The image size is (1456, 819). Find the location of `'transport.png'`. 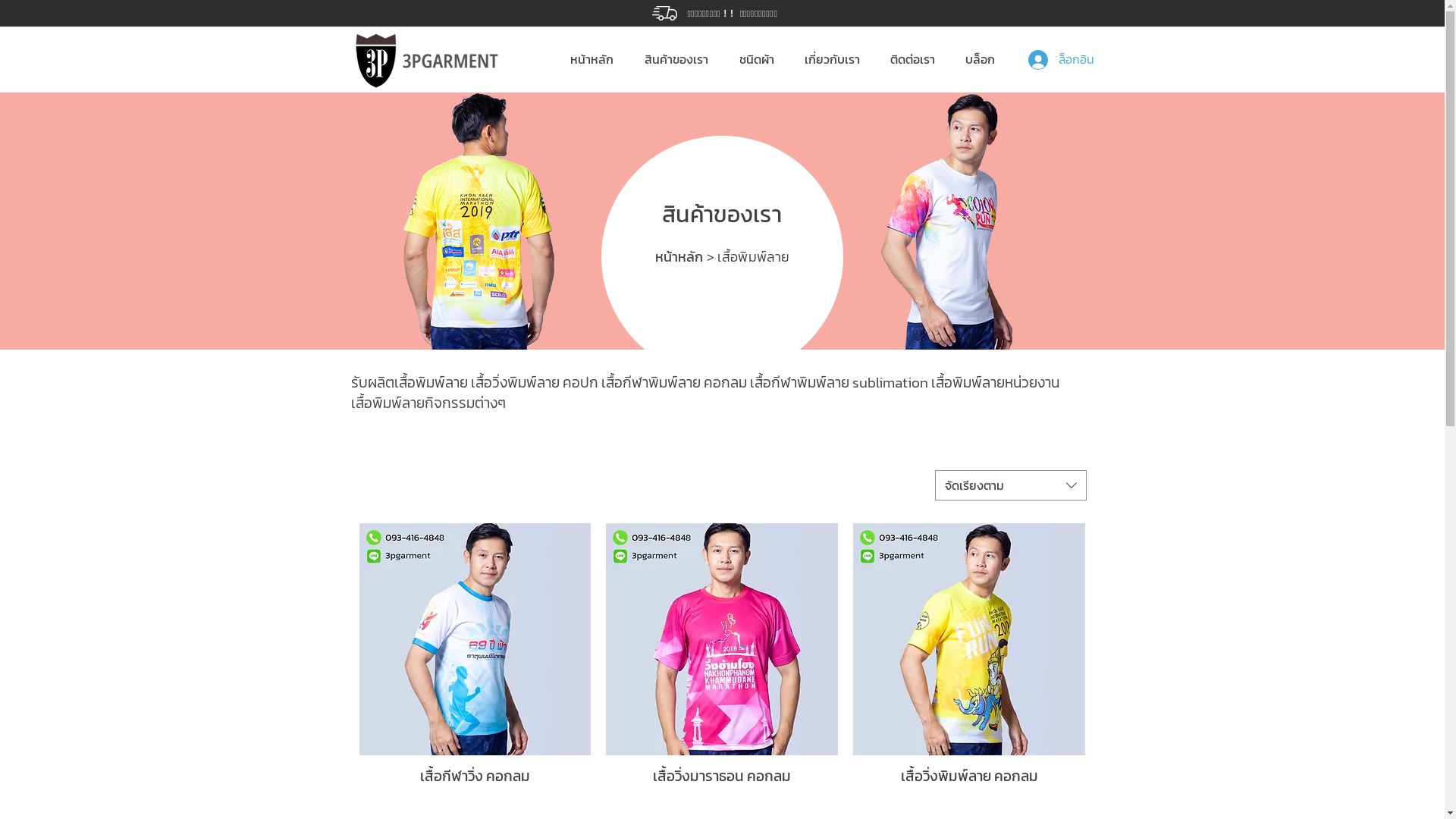

'transport.png' is located at coordinates (664, 13).